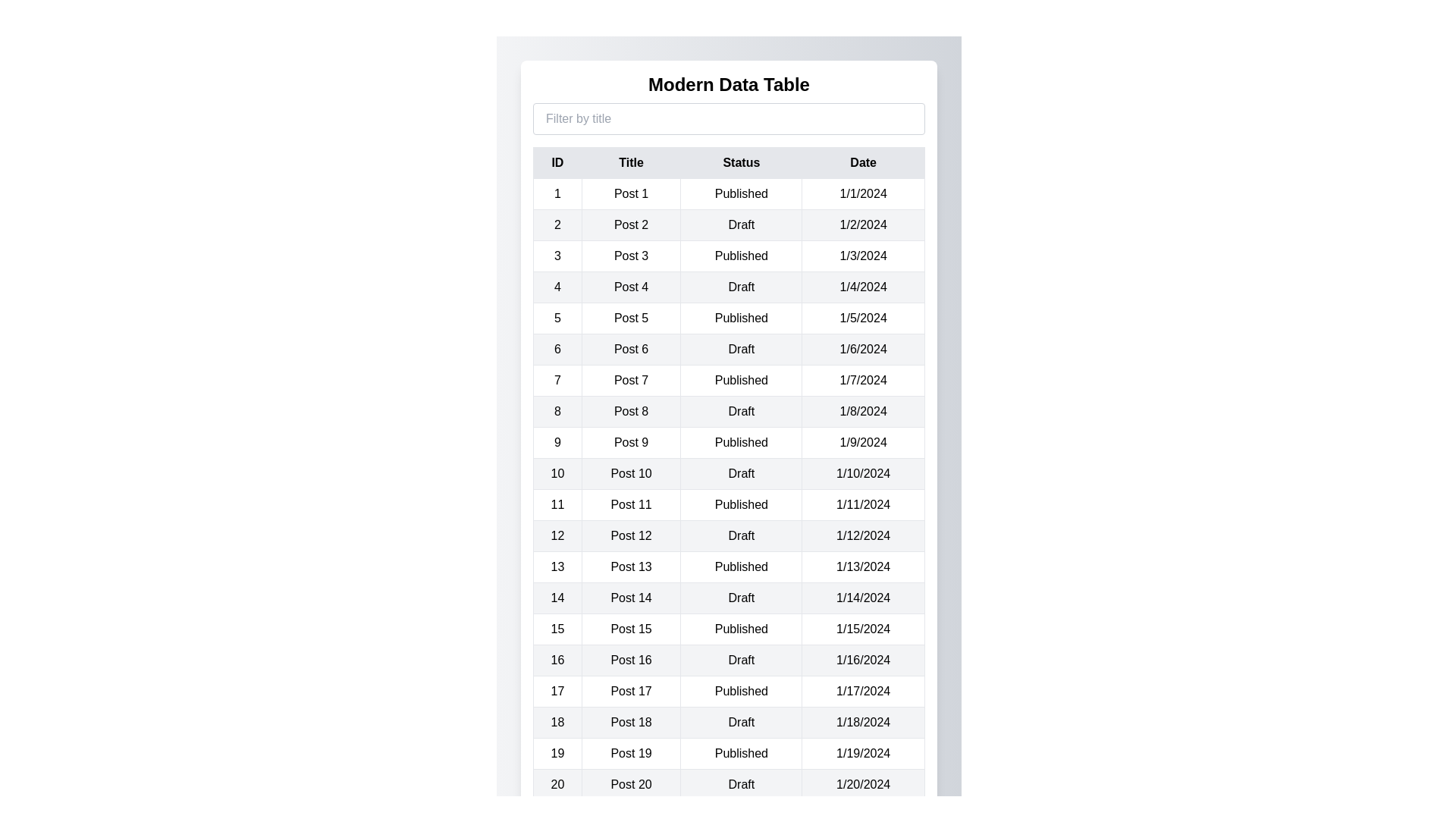 The image size is (1456, 819). I want to click on the text 'Post 1' in the table, so click(630, 193).